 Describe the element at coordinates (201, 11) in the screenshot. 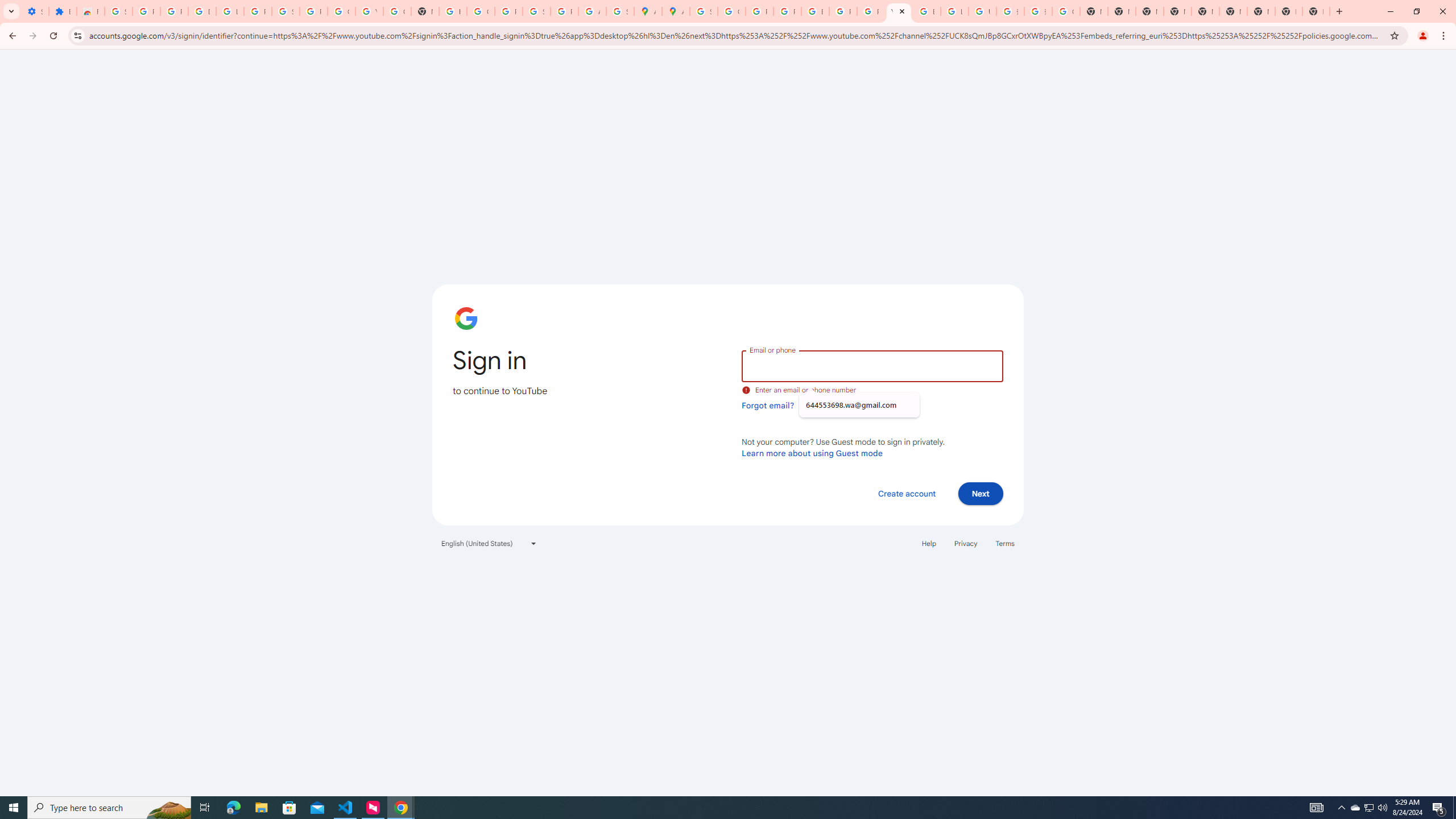

I see `'Delete photos & videos - Computer - Google Photos Help'` at that location.